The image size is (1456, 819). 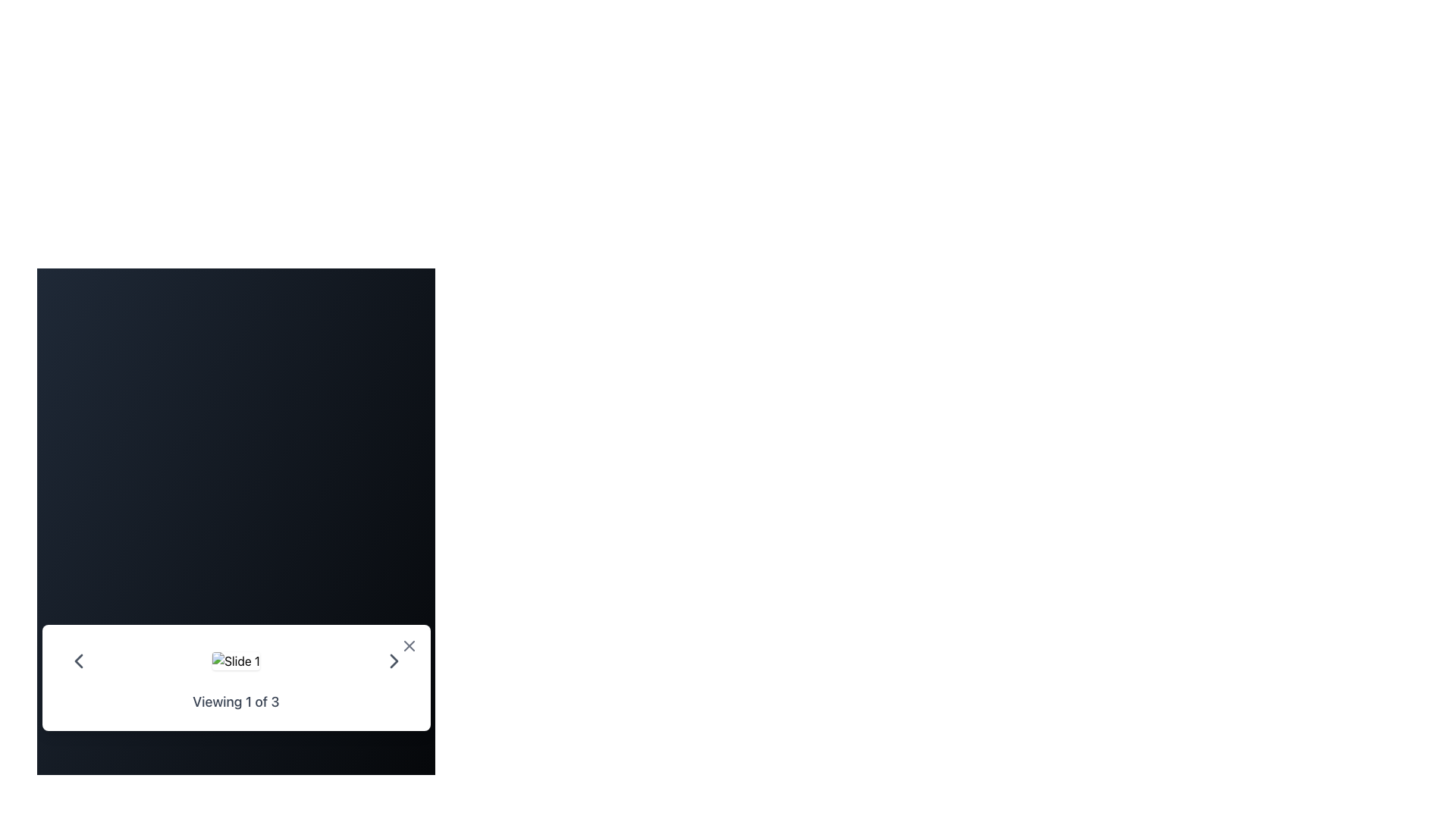 What do you see at coordinates (394, 660) in the screenshot?
I see `the right arrow icon, styled as an outlined chevron in gray, to move to the next slide` at bounding box center [394, 660].